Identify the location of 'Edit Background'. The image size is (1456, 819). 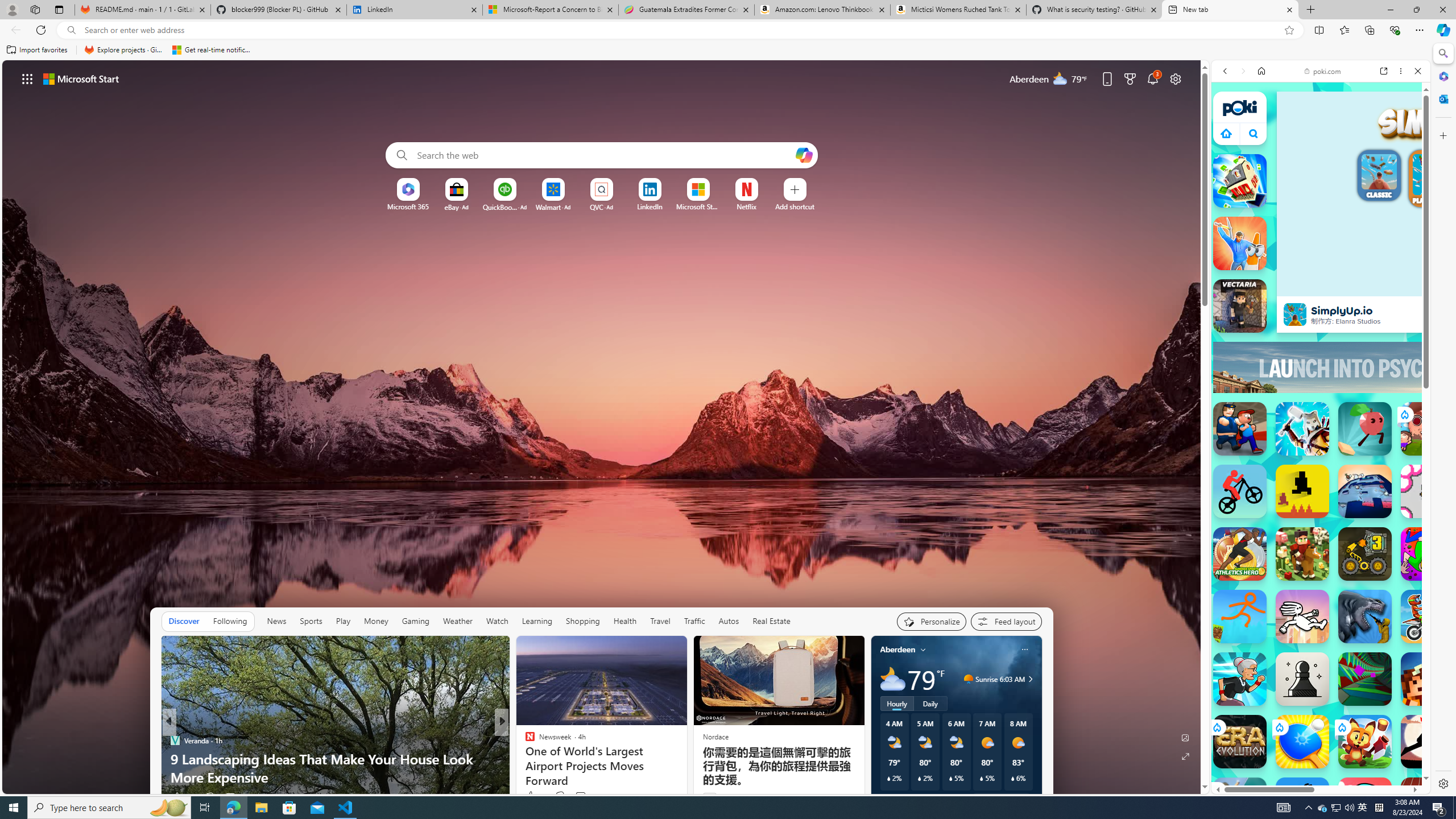
(1185, 737).